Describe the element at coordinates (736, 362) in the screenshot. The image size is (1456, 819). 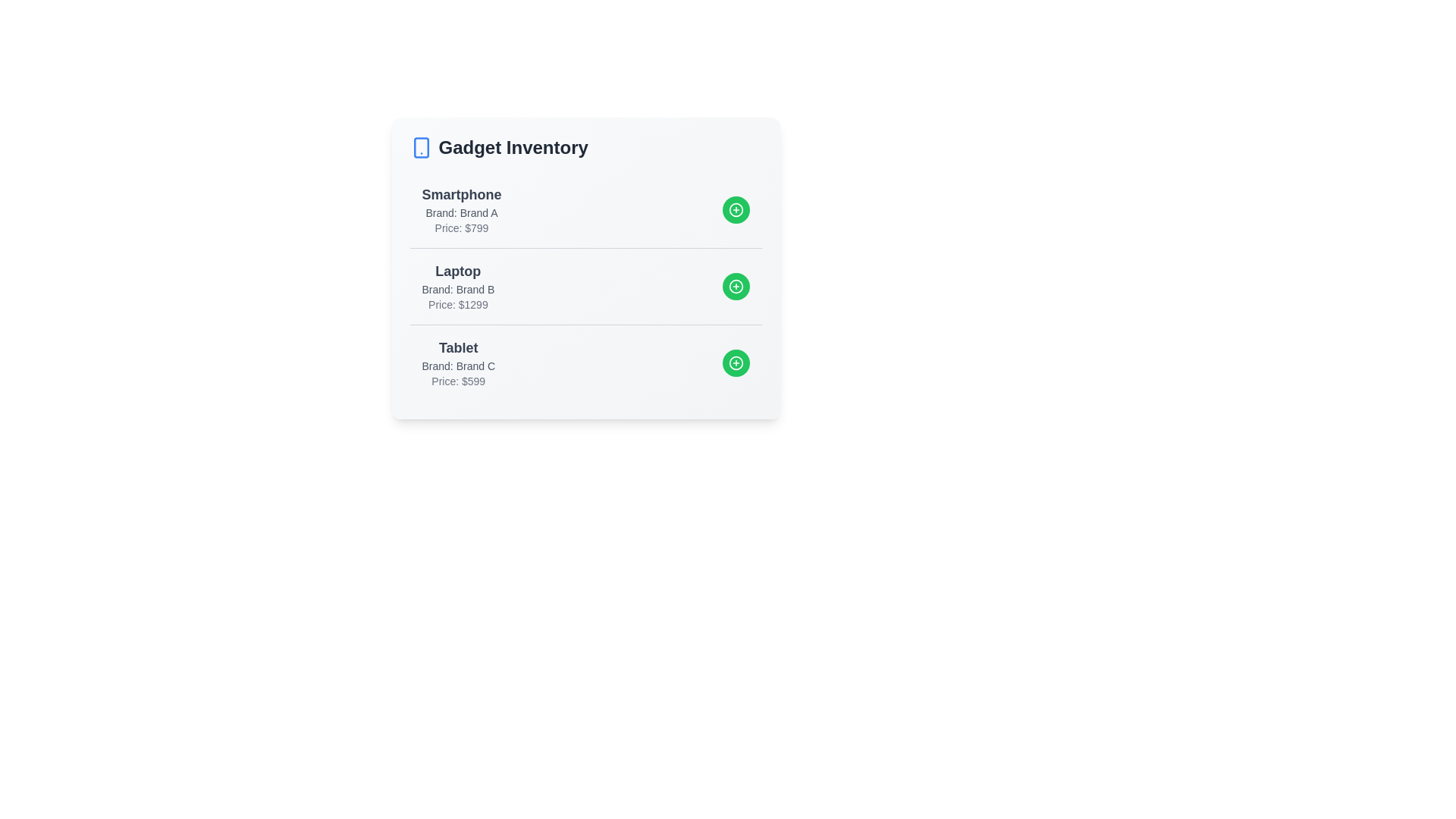
I see `add button next to the gadget named Tablet` at that location.